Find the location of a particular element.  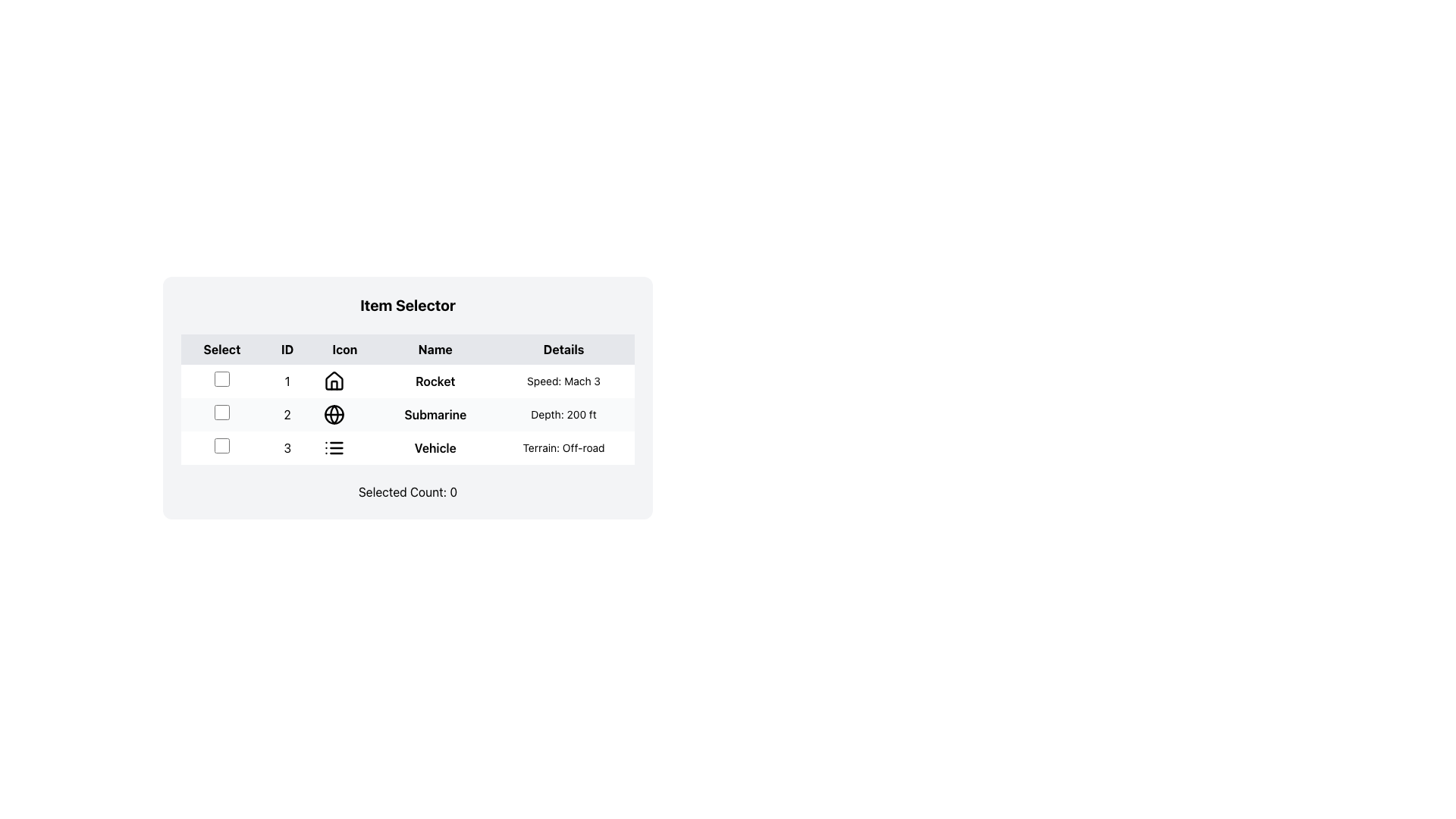

the 'Vehicle' icon located in the third row of the table under the 'Icon' column, which is directly to the left of the word 'Vehicle' is located at coordinates (334, 447).